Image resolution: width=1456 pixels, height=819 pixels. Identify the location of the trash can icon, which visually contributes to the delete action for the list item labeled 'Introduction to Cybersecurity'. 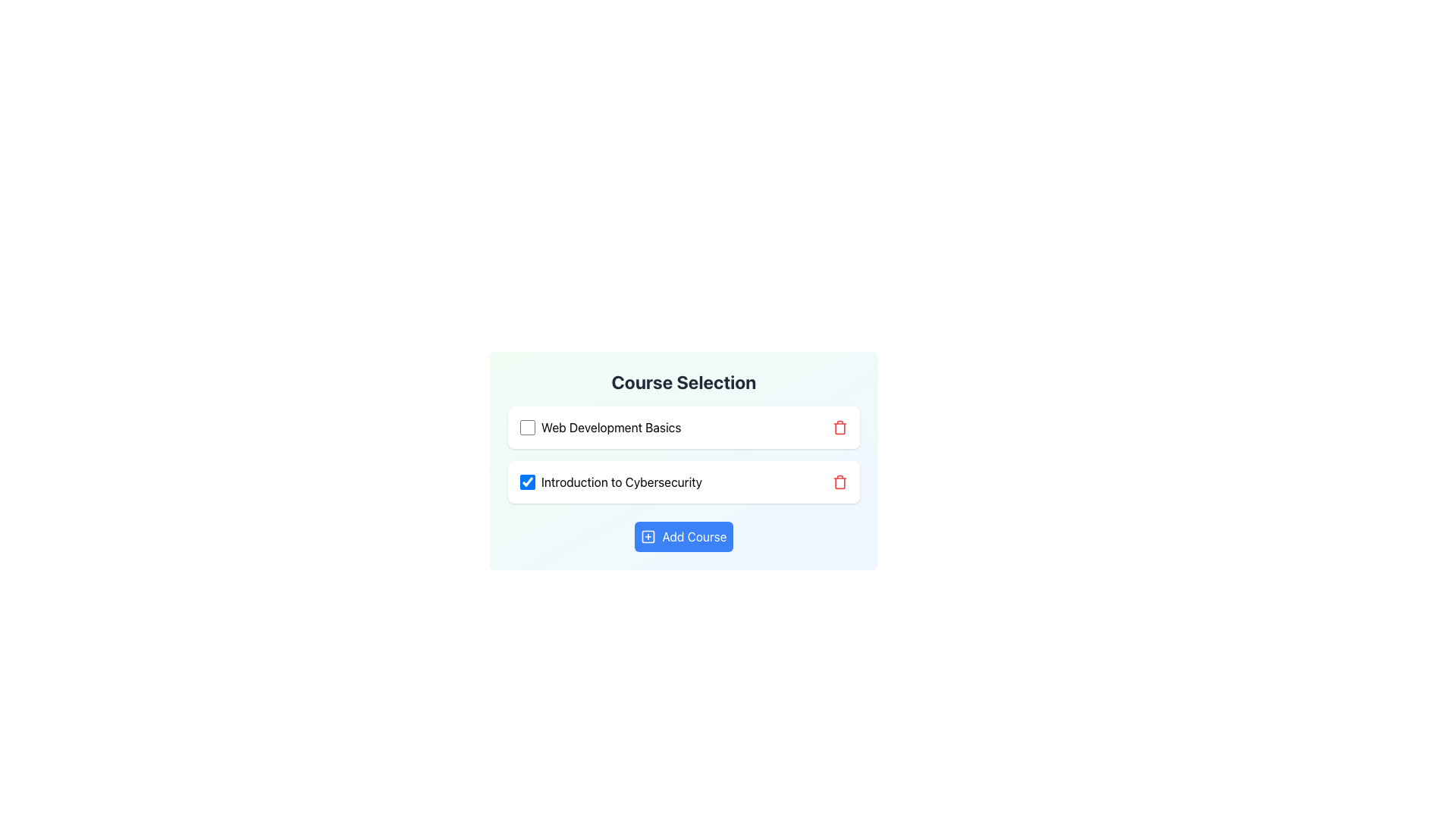
(839, 428).